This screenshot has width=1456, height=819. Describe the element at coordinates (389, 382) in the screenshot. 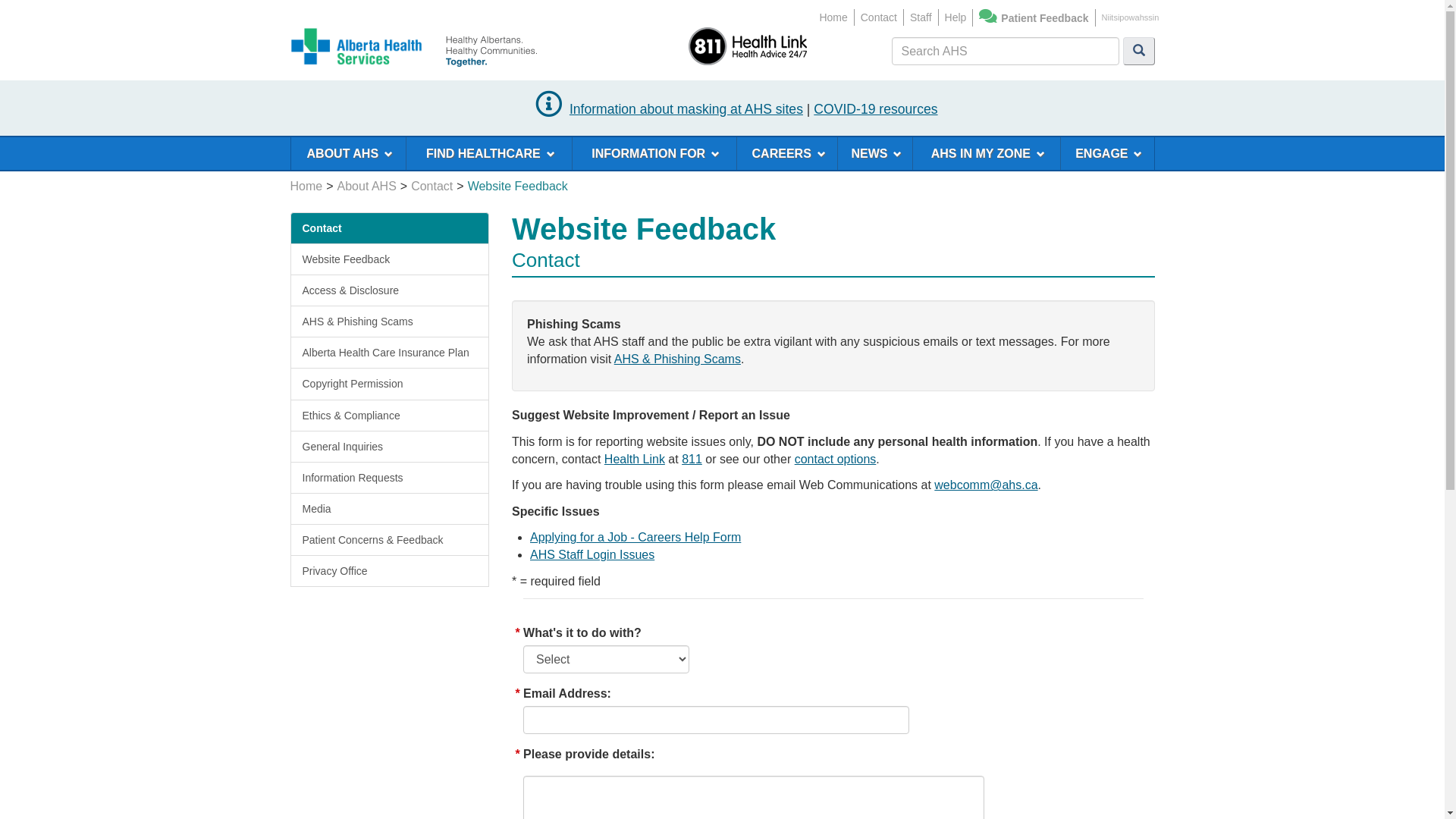

I see `'Copyright Permission'` at that location.